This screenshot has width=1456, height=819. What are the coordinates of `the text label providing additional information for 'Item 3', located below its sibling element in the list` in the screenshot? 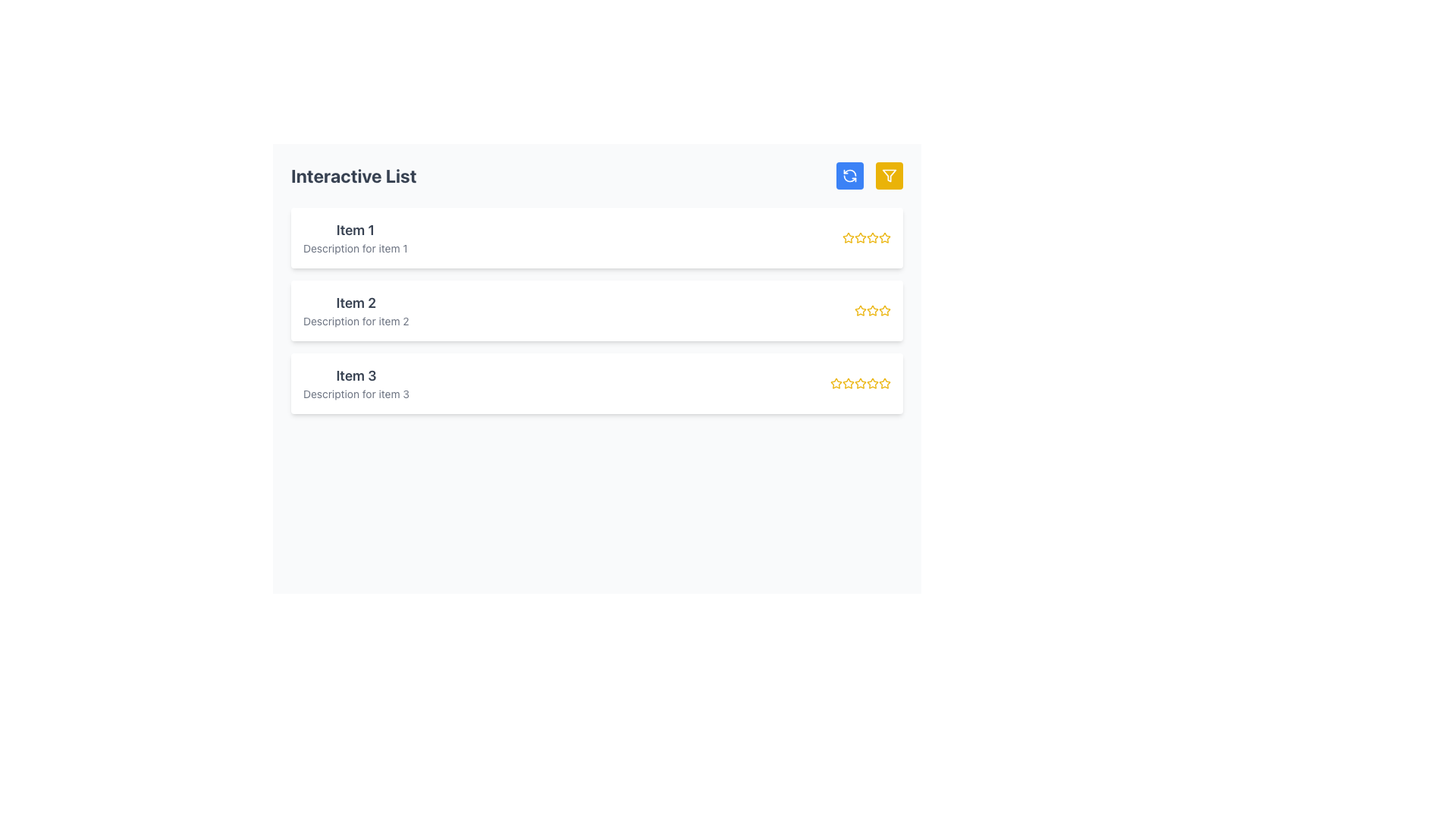 It's located at (356, 394).